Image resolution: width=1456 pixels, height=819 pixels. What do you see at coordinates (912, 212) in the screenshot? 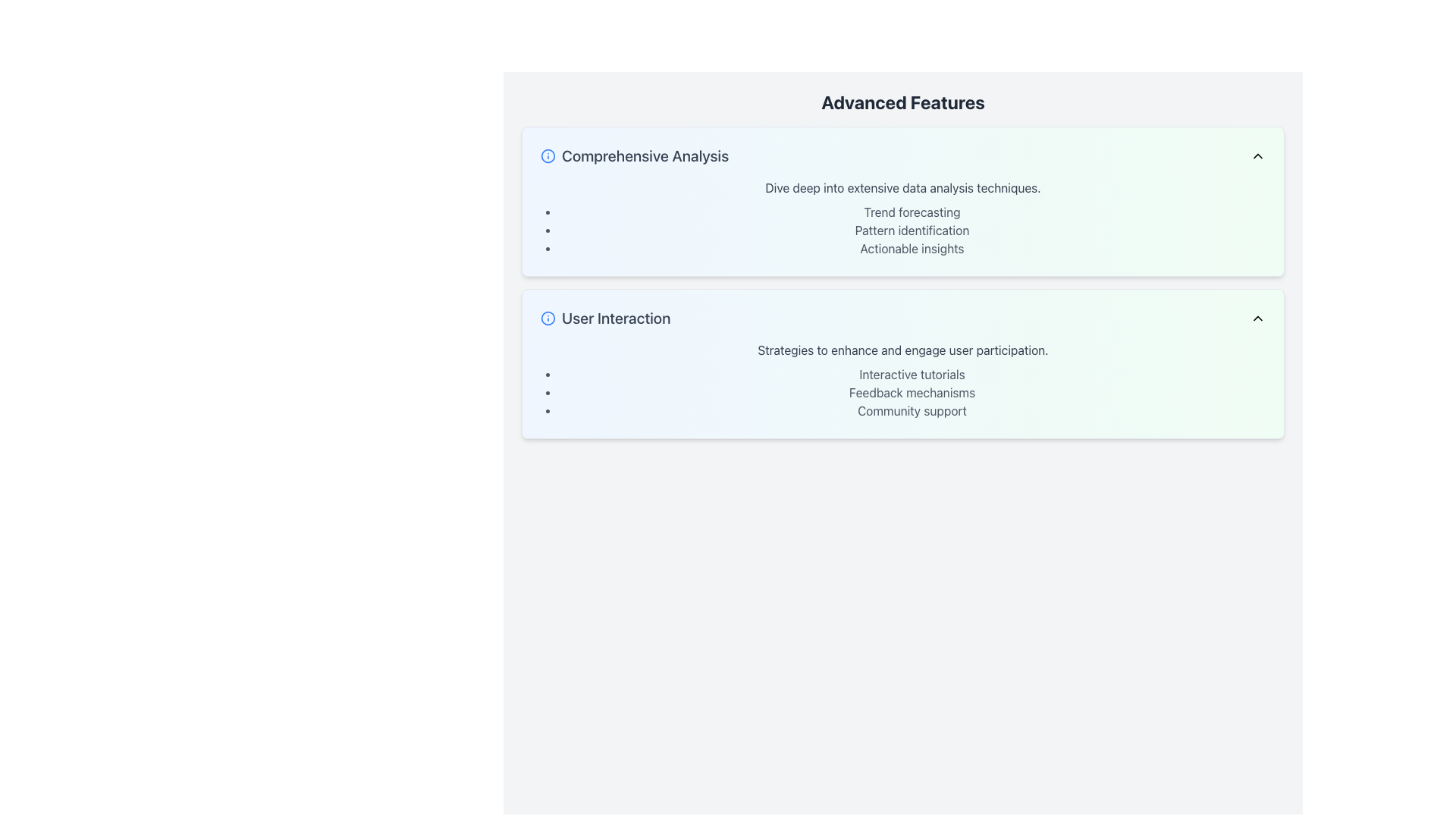
I see `informational text label marking the topic 'Trend forecasting' located in the upper-left section of the 'Advanced Features' section, above 'Pattern identification'` at bounding box center [912, 212].